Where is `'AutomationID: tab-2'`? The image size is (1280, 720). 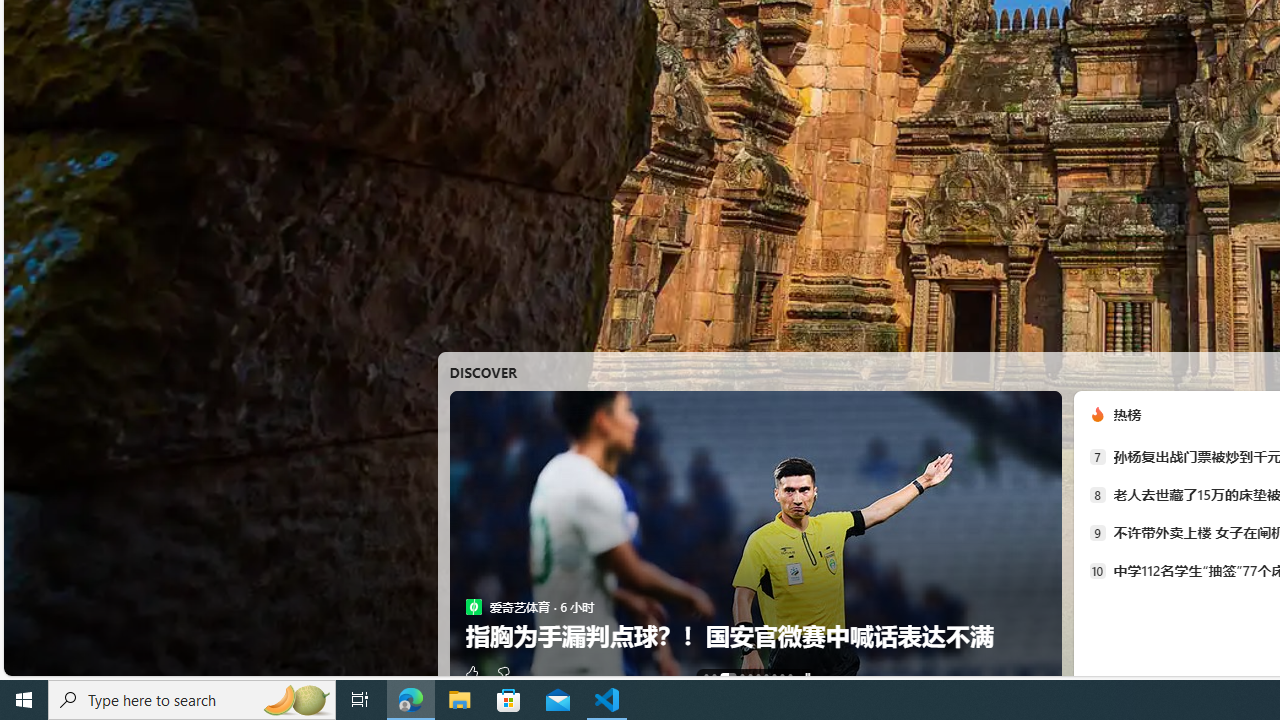 'AutomationID: tab-2' is located at coordinates (727, 675).